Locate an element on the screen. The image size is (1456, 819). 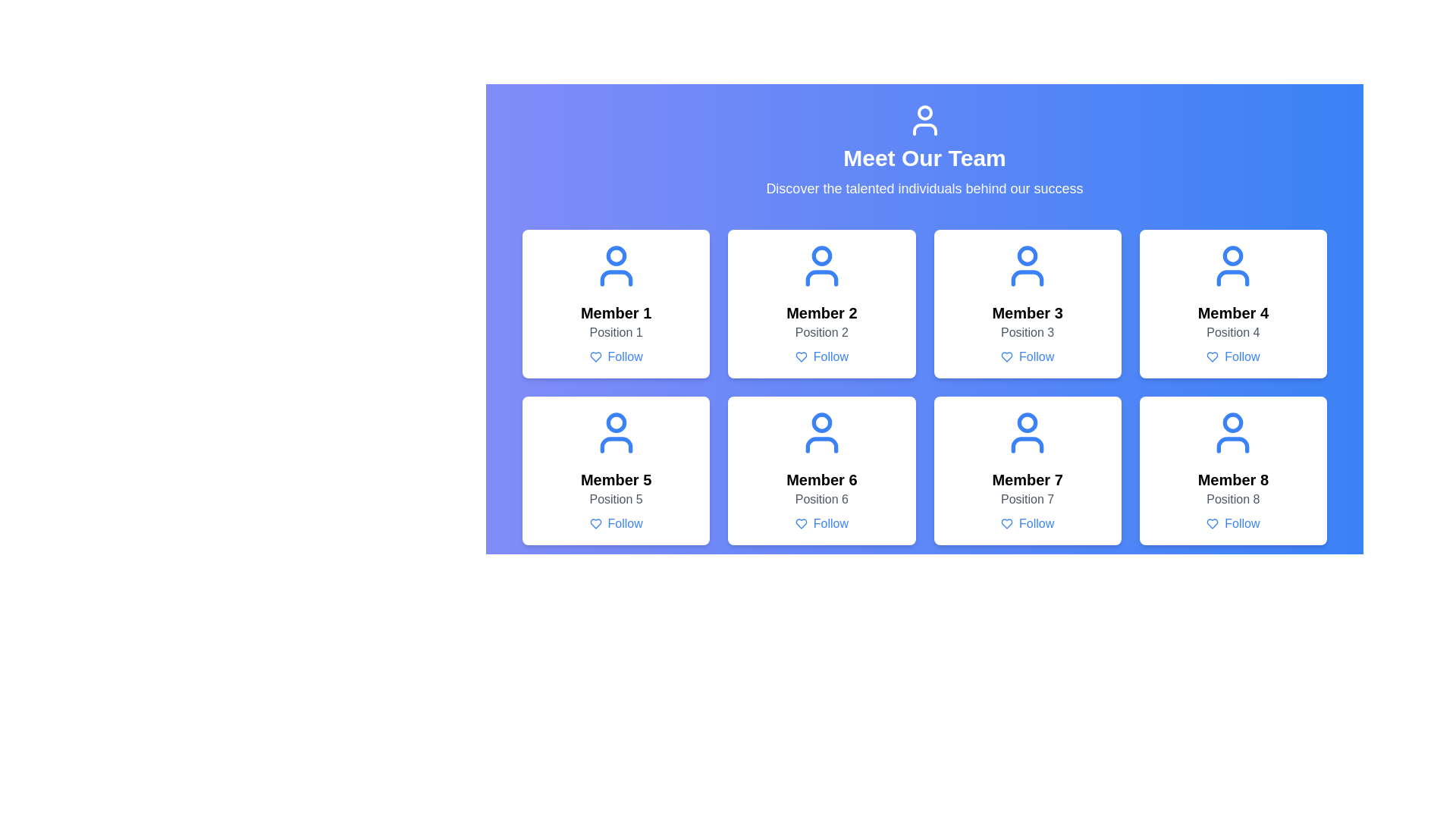
the circular blue-outline shape representing 'Member 5' in the user avatar icon located at the bottom-left quadrant of the grid layout is located at coordinates (616, 422).